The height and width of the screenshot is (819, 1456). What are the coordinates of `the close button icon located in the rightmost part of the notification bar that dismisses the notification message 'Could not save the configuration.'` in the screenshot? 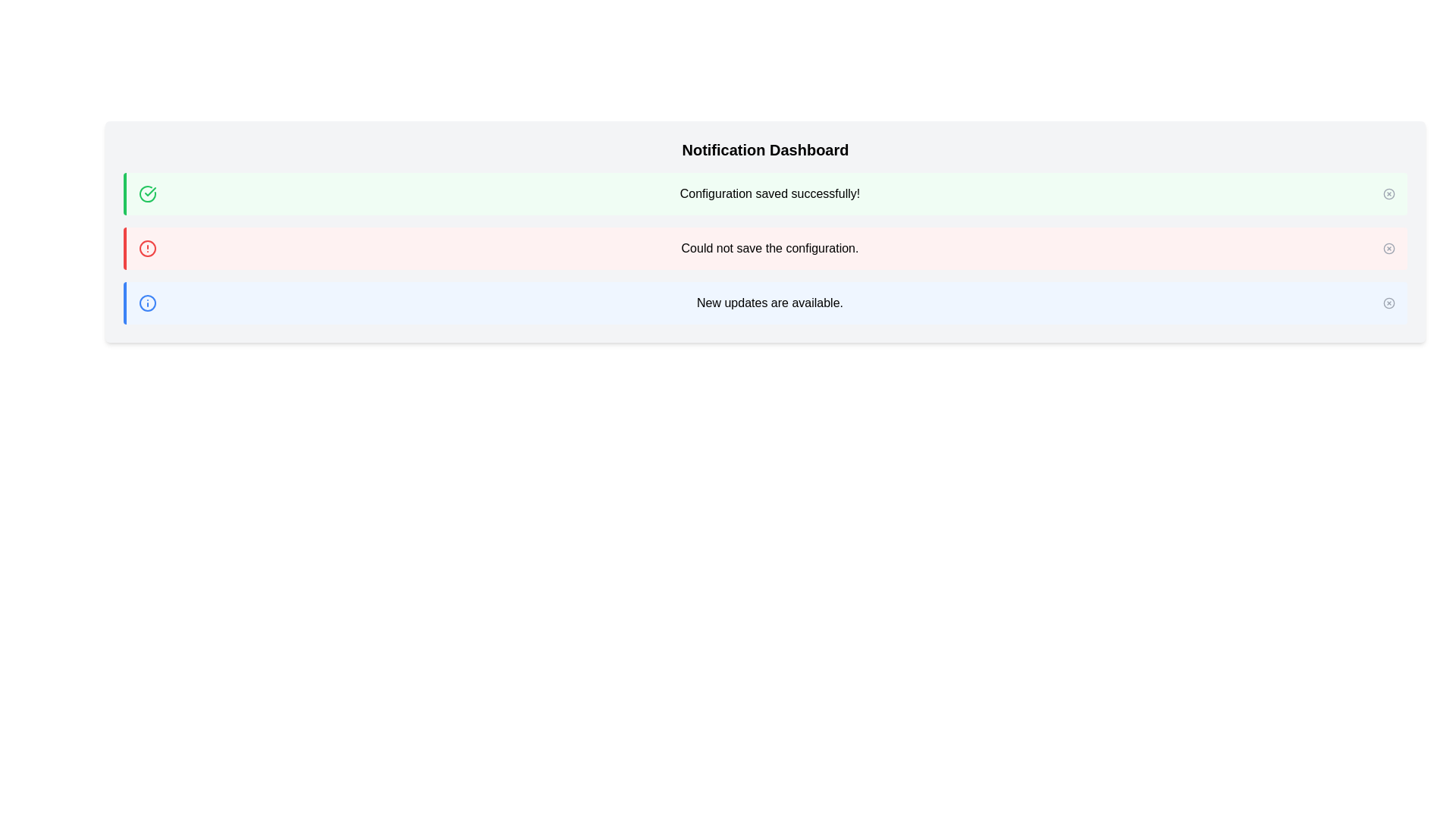 It's located at (1389, 247).